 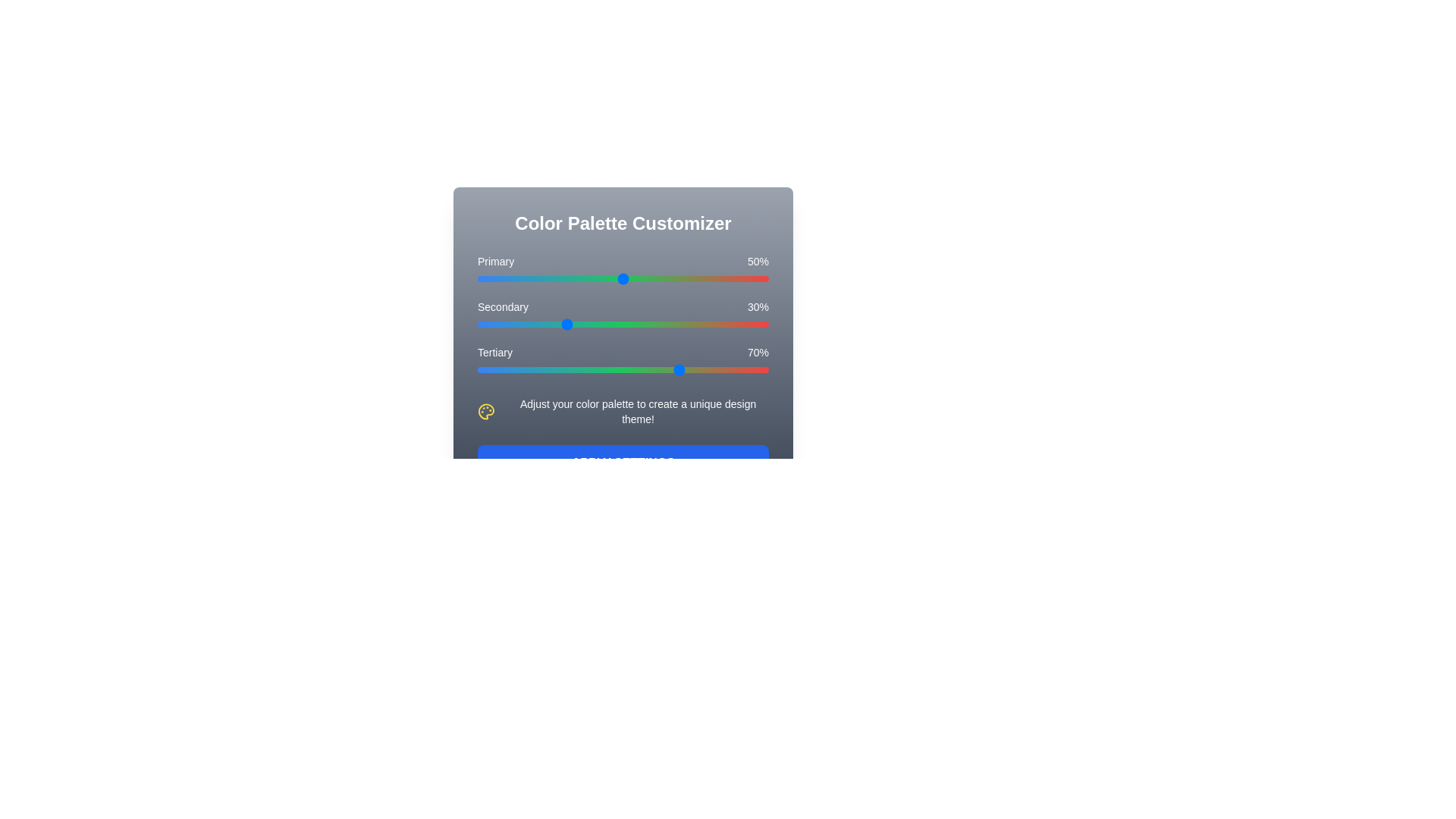 What do you see at coordinates (635, 324) in the screenshot?
I see `the slider value` at bounding box center [635, 324].